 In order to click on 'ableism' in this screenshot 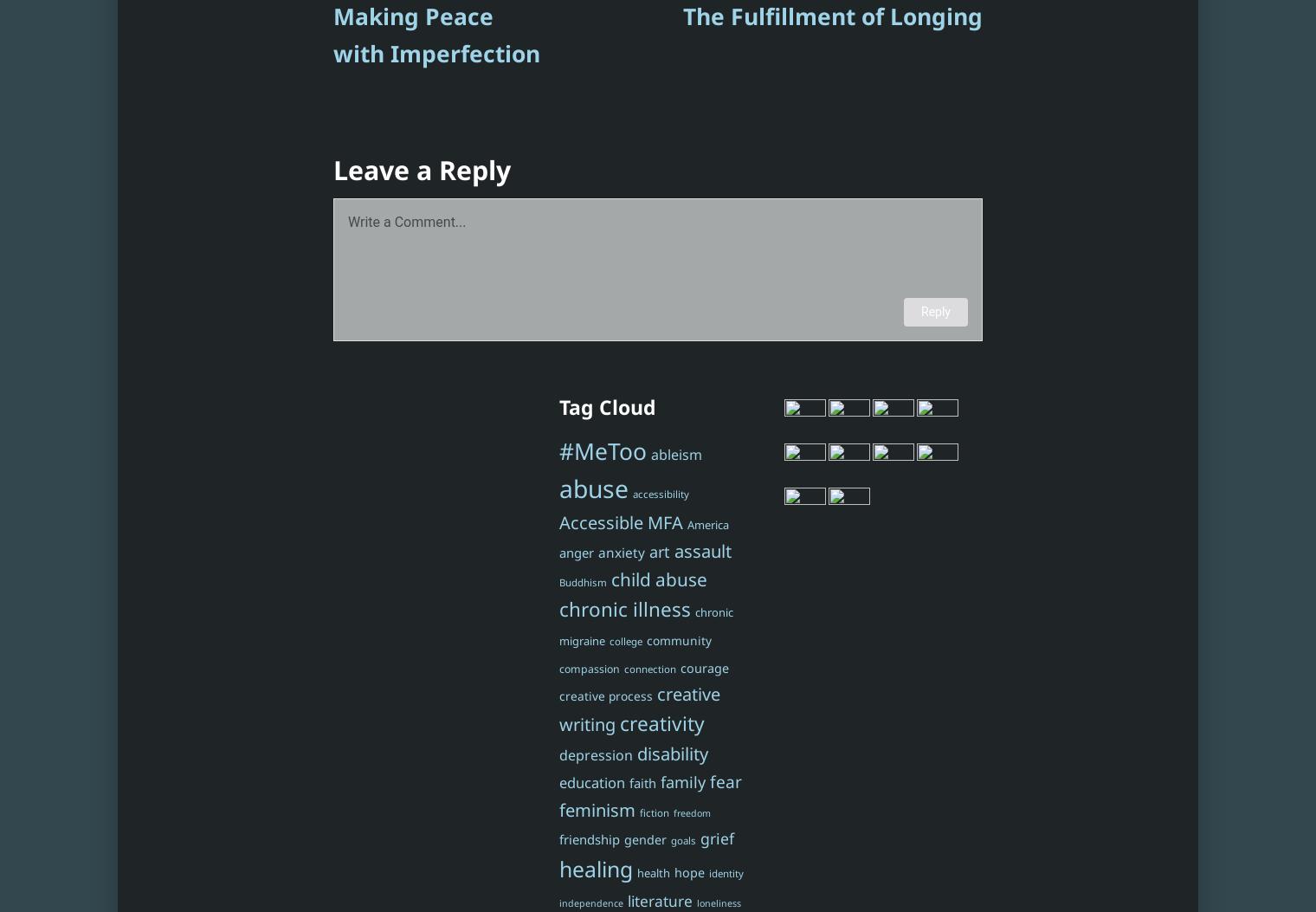, I will do `click(674, 455)`.